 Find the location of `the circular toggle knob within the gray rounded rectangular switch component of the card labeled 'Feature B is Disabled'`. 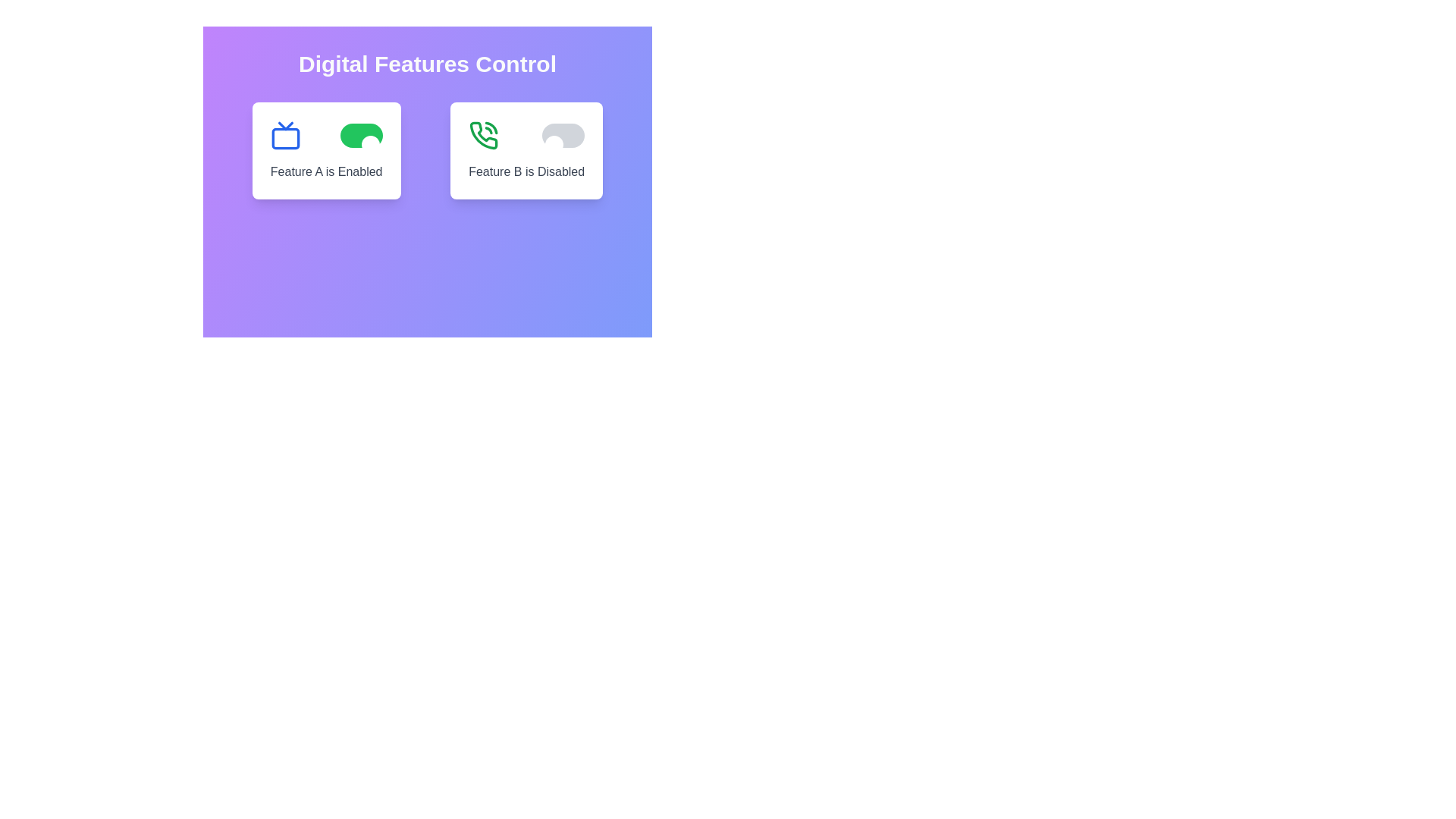

the circular toggle knob within the gray rounded rectangular switch component of the card labeled 'Feature B is Disabled' is located at coordinates (554, 145).